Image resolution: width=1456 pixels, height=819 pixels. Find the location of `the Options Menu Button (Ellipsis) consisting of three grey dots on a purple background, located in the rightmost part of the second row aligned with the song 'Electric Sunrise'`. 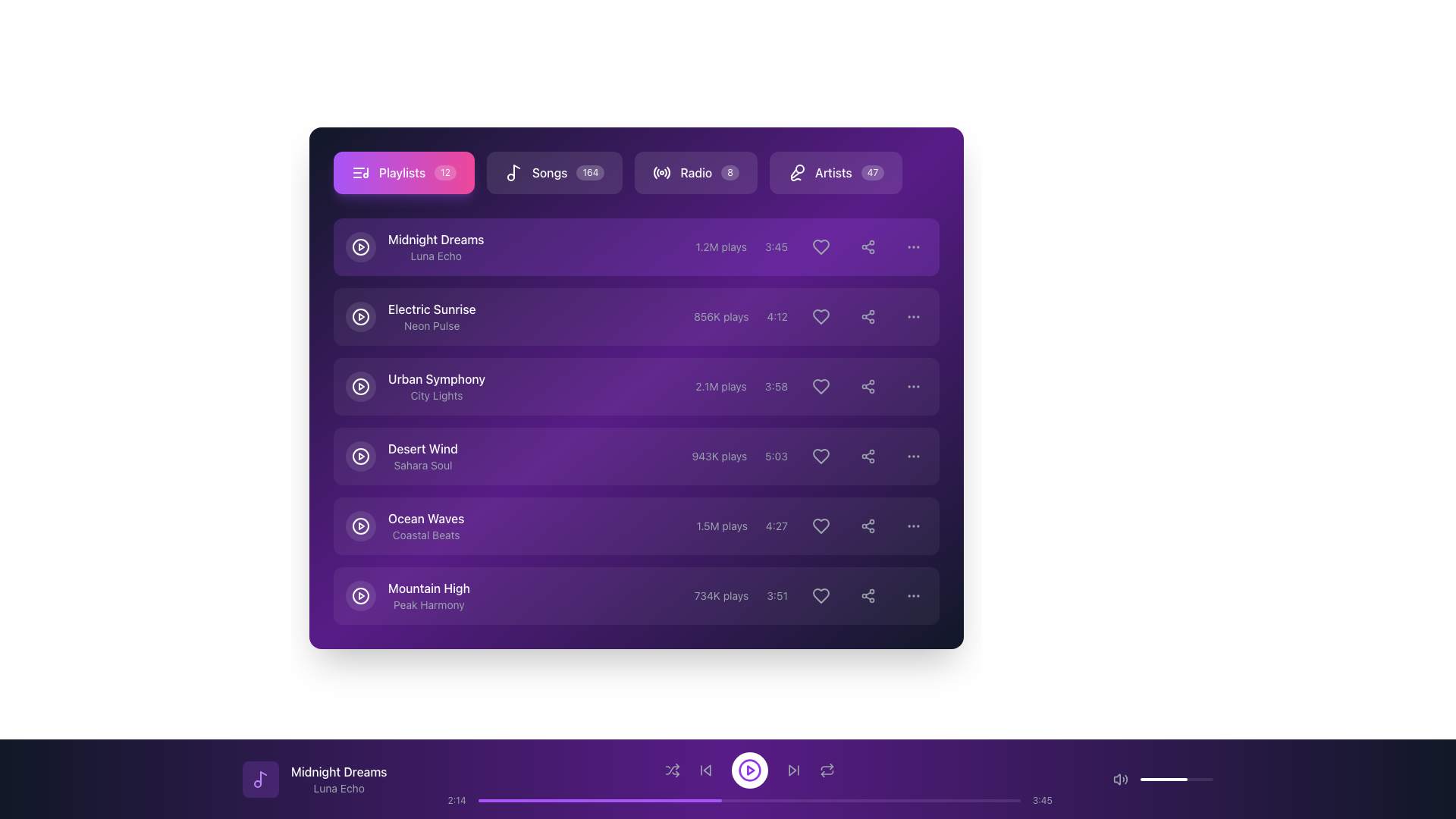

the Options Menu Button (Ellipsis) consisting of three grey dots on a purple background, located in the rightmost part of the second row aligned with the song 'Electric Sunrise' is located at coordinates (912, 315).